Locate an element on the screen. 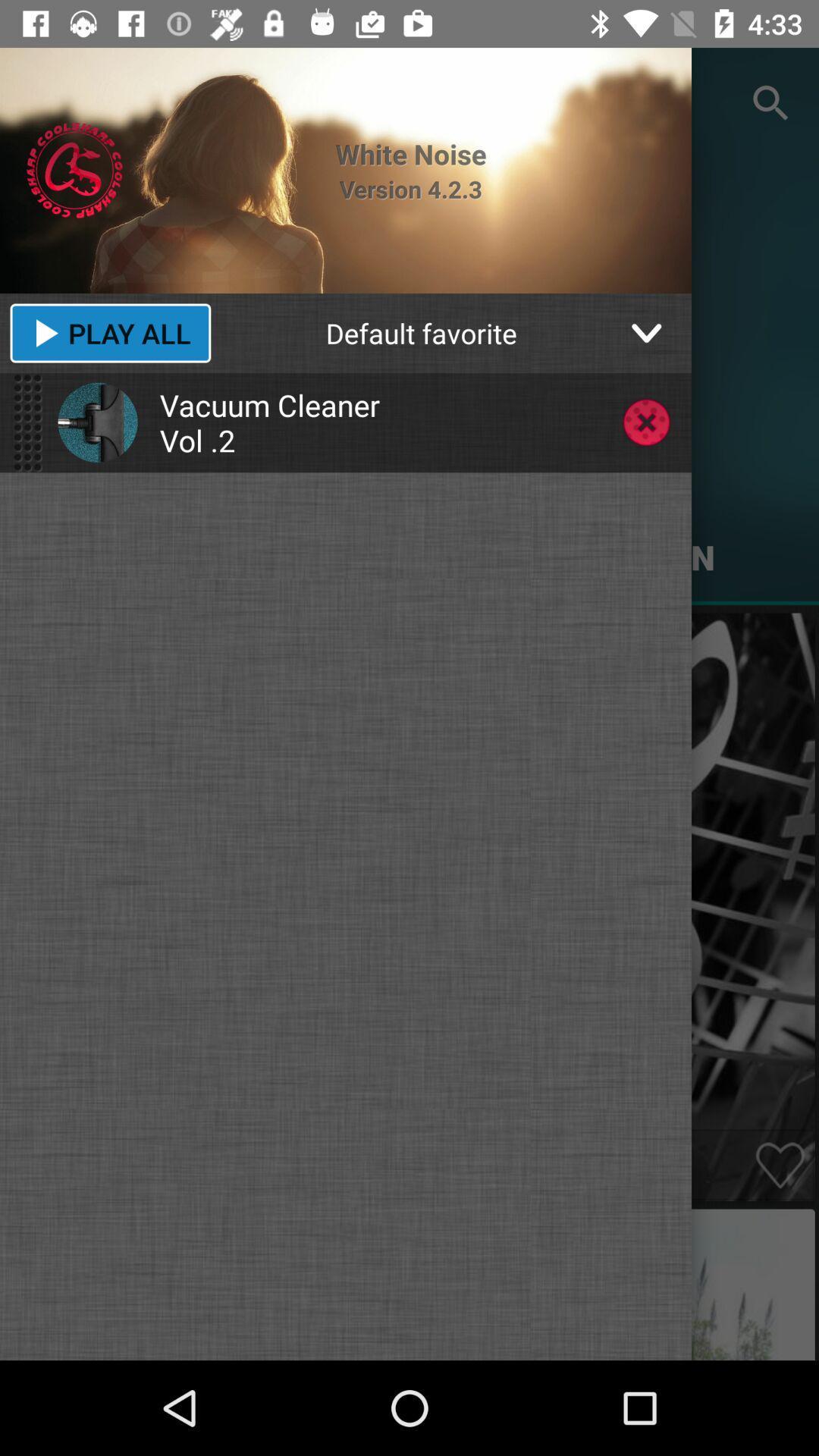  the play icon is located at coordinates (36, 326).